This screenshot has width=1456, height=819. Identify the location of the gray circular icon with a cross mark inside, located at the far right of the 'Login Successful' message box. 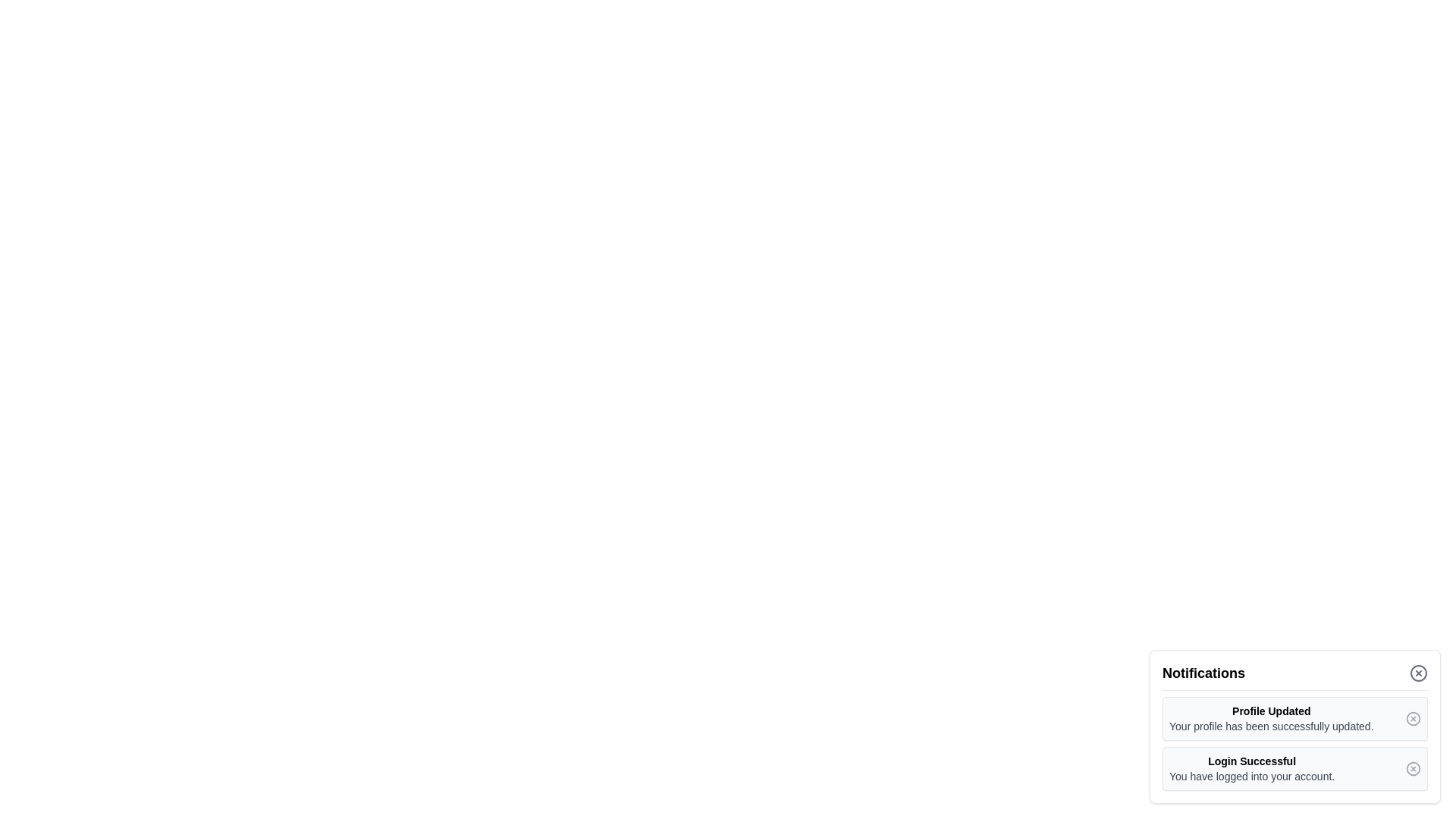
(1412, 769).